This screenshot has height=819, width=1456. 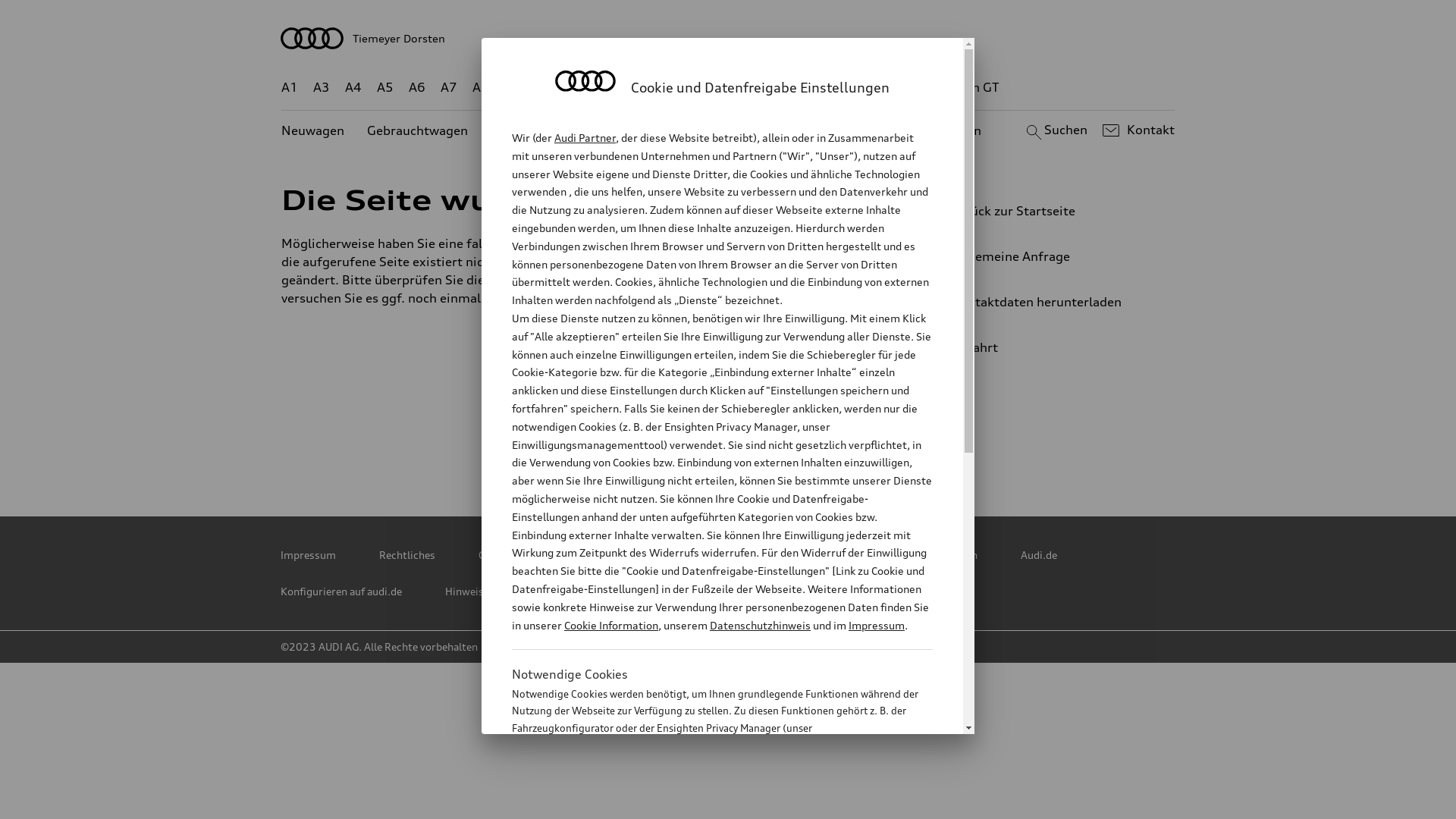 What do you see at coordinates (877, 625) in the screenshot?
I see `'Impressum'` at bounding box center [877, 625].